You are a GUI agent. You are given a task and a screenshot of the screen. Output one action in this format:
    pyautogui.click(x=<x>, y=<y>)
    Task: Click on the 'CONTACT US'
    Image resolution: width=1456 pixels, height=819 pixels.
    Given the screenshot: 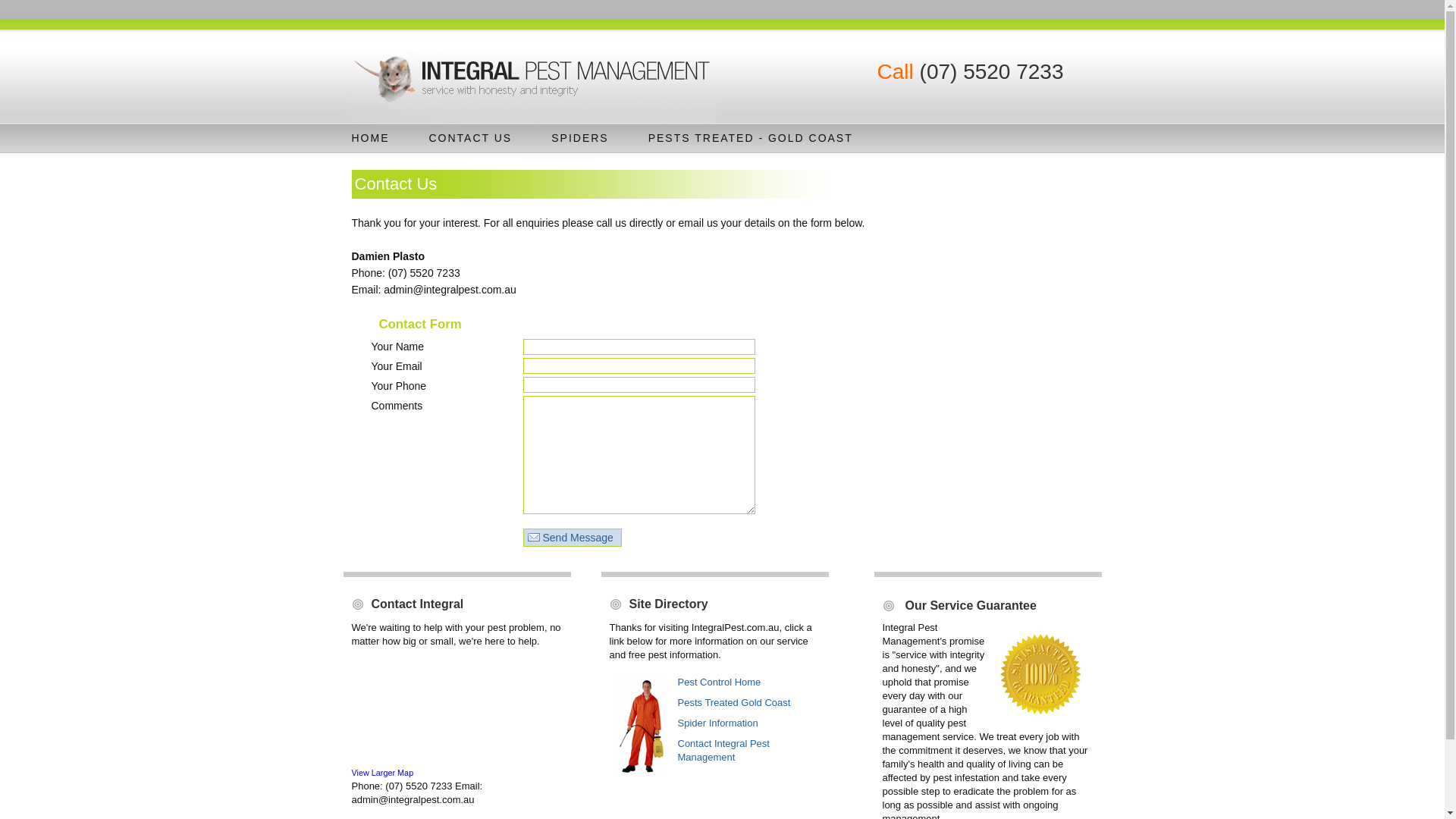 What is the action you would take?
    pyautogui.click(x=469, y=137)
    